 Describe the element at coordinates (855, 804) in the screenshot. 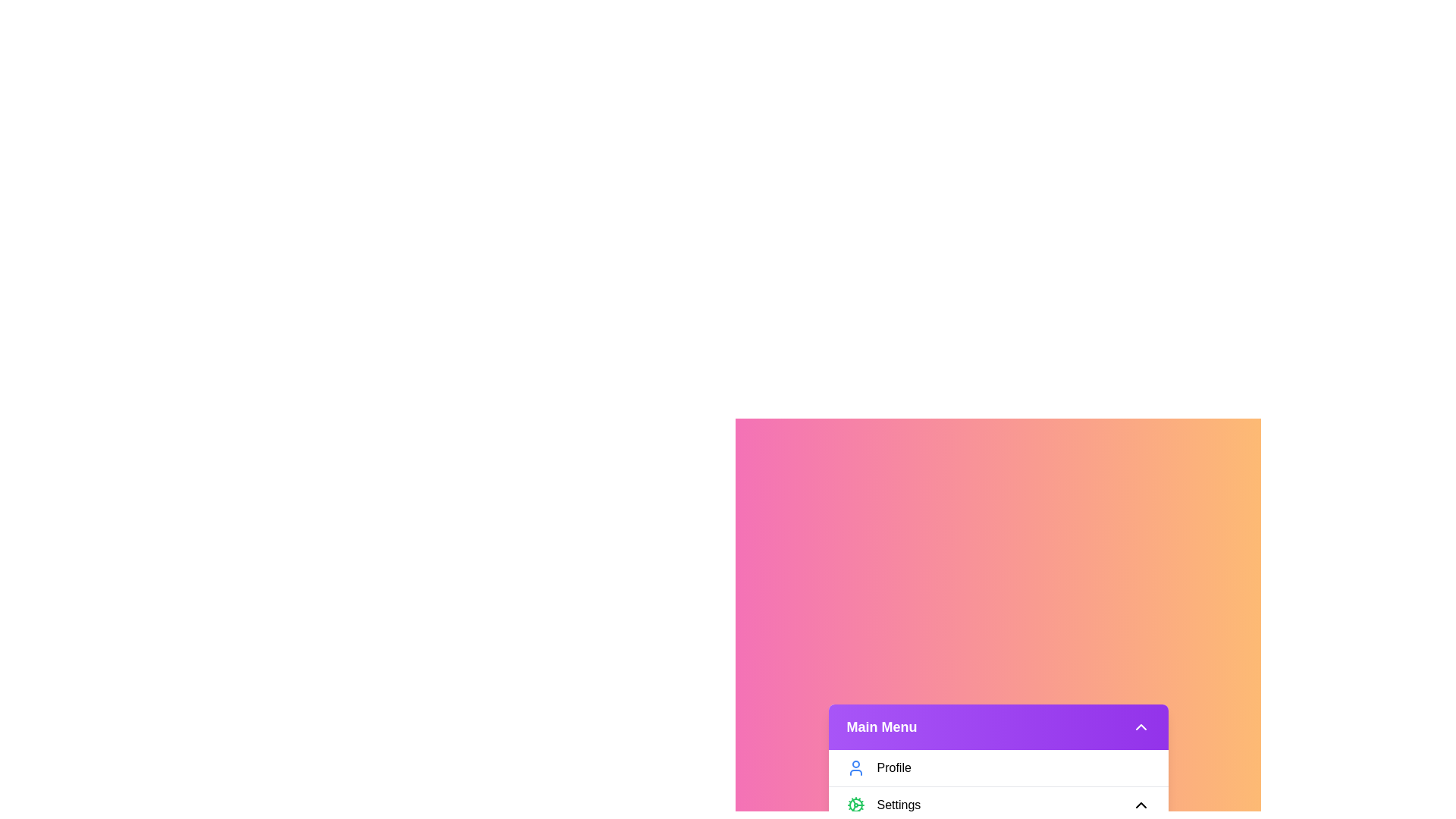

I see `the settings icon located to the left of the 'Settings' text label in the main menu dropdown` at that location.